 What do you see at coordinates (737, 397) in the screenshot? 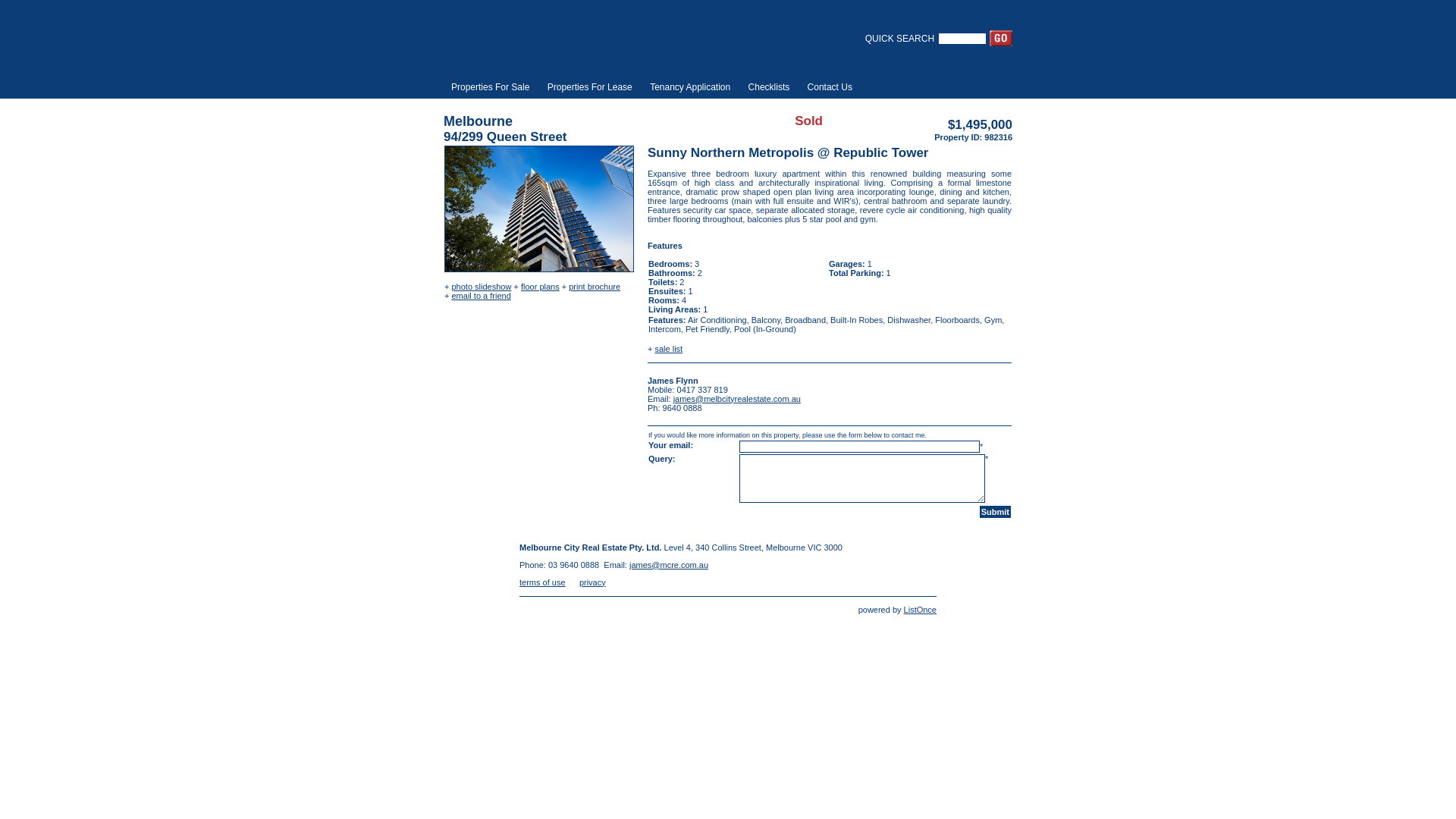
I see `'james@melbcityrealestate.com.au'` at bounding box center [737, 397].